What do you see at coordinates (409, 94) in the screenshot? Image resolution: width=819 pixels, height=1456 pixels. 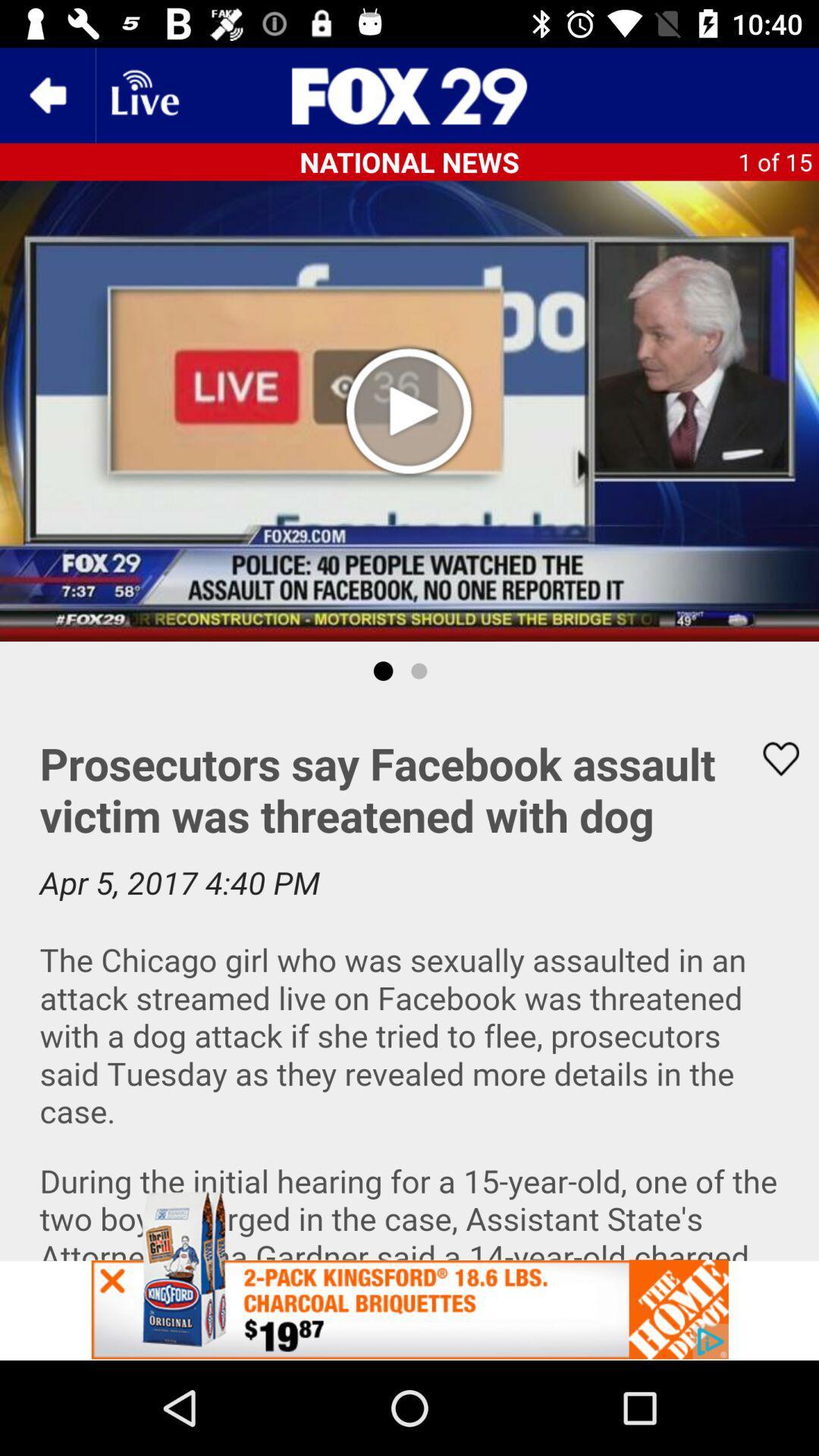 I see `the sliders icon` at bounding box center [409, 94].